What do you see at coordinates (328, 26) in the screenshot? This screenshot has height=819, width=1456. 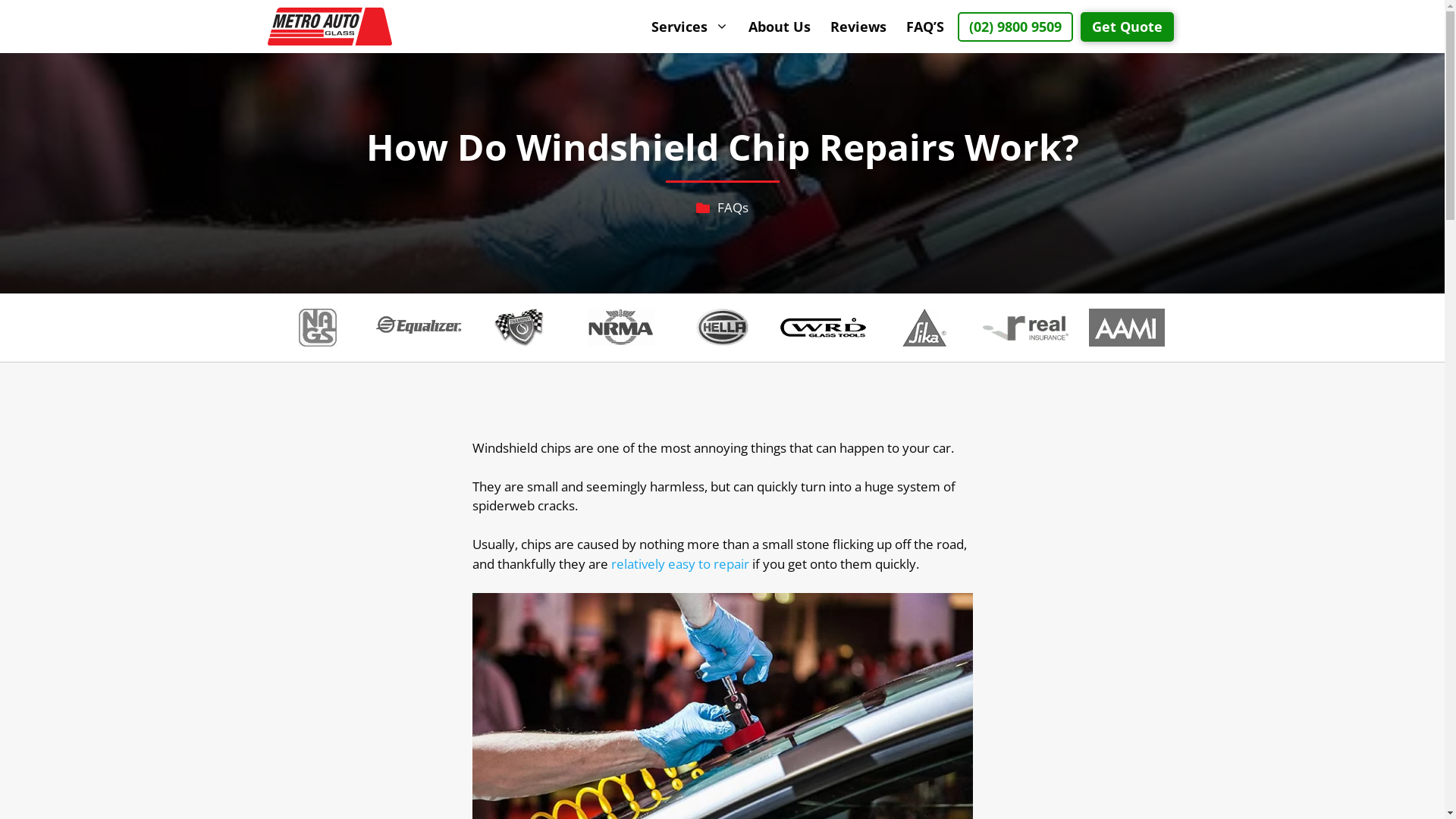 I see `'Metro Auto Glass'` at bounding box center [328, 26].